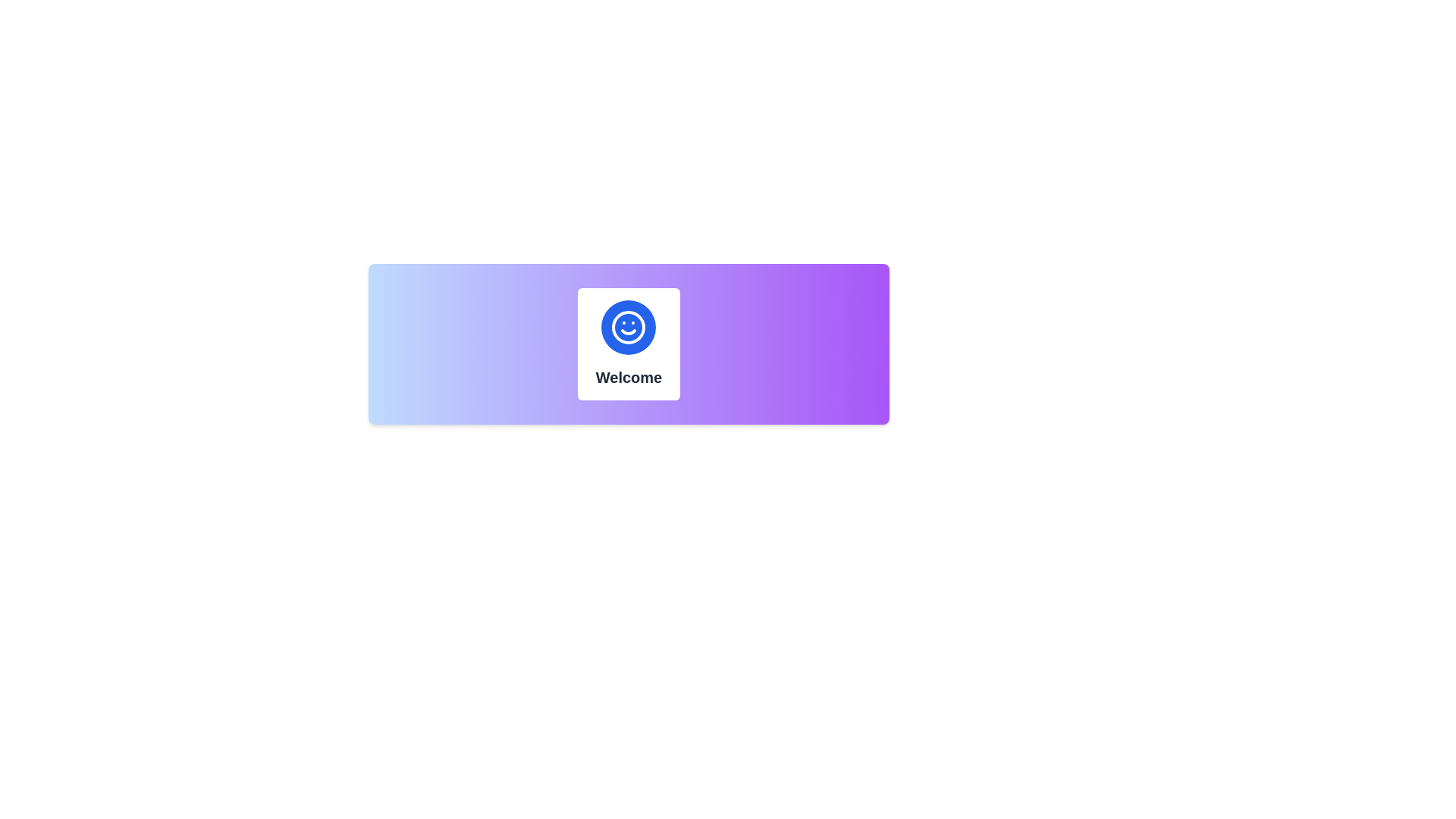  I want to click on the icon within the centrally positioned welcoming card that introduces users to the interface or feature, so click(629, 344).